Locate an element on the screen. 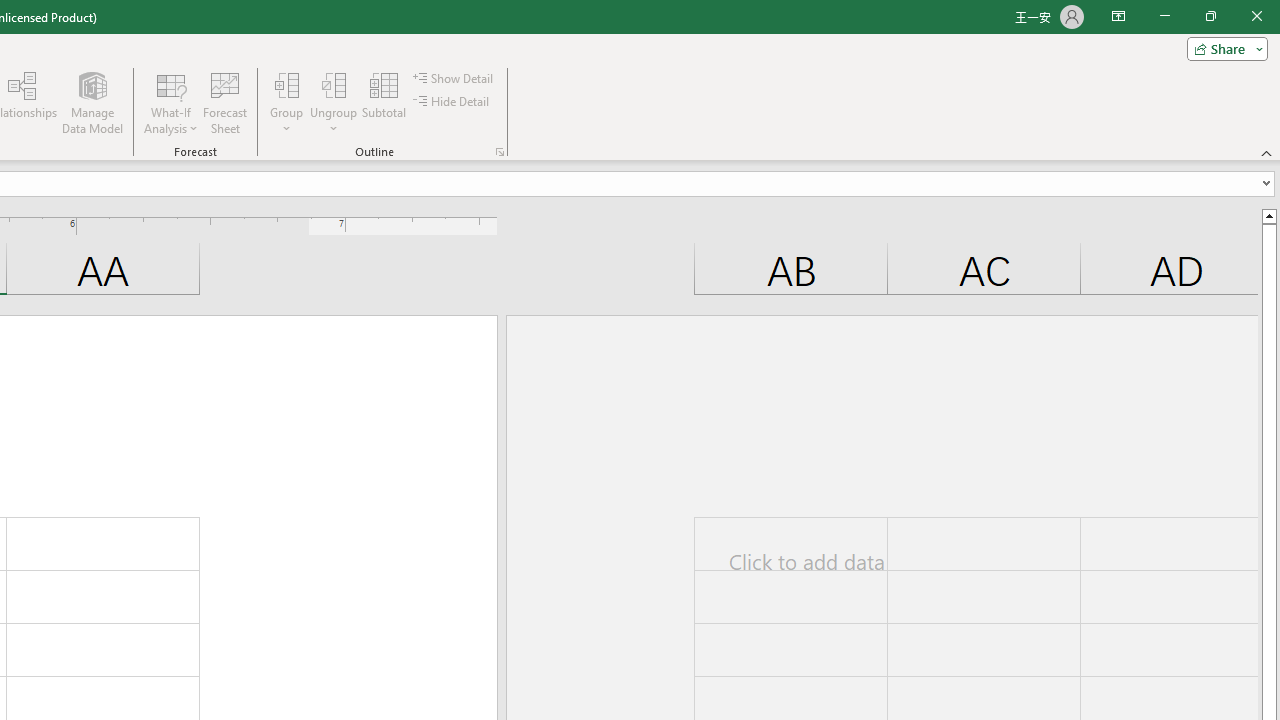  'Group...' is located at coordinates (286, 103).